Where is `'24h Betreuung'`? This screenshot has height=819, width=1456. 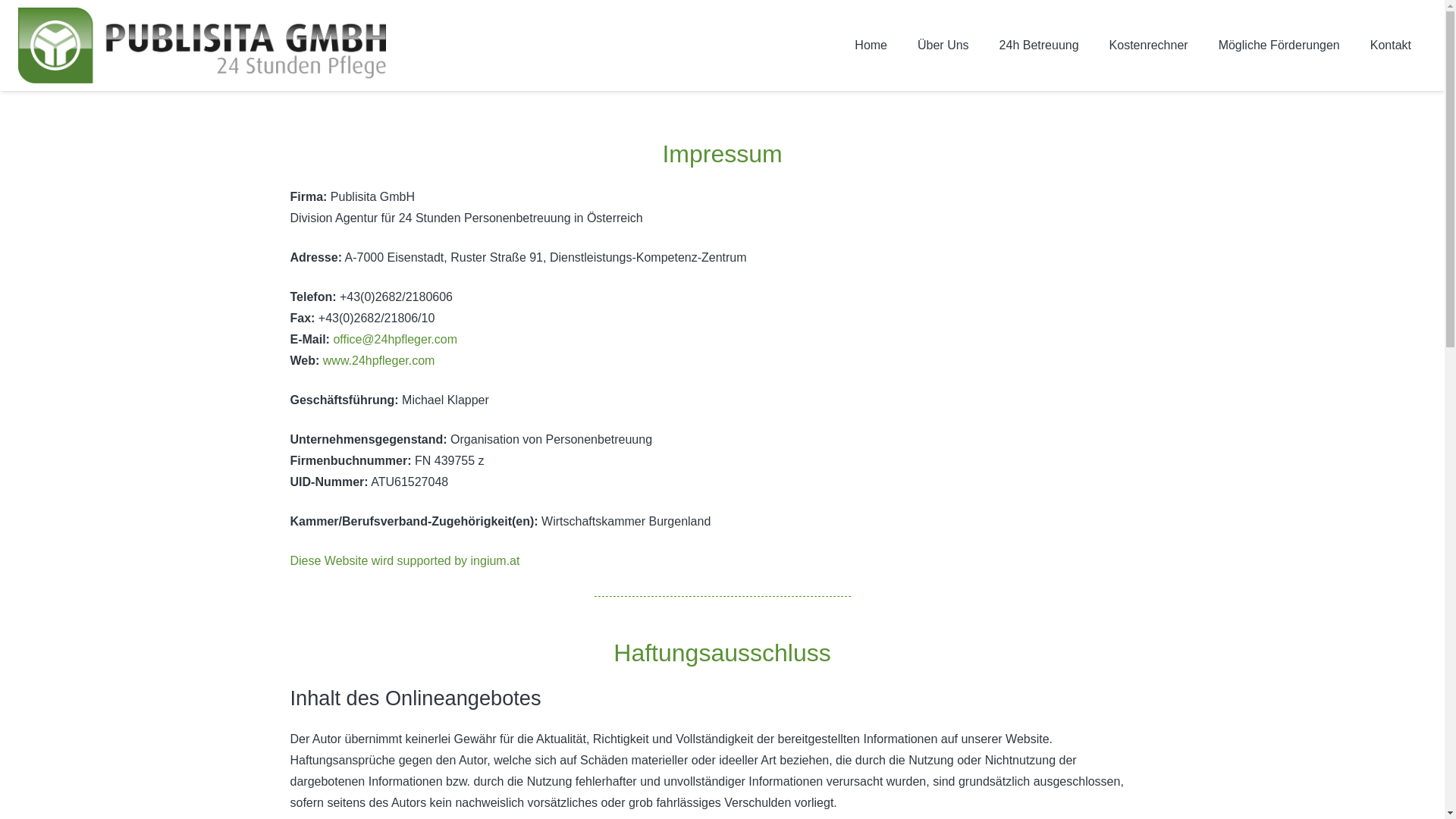 '24h Betreuung' is located at coordinates (1038, 45).